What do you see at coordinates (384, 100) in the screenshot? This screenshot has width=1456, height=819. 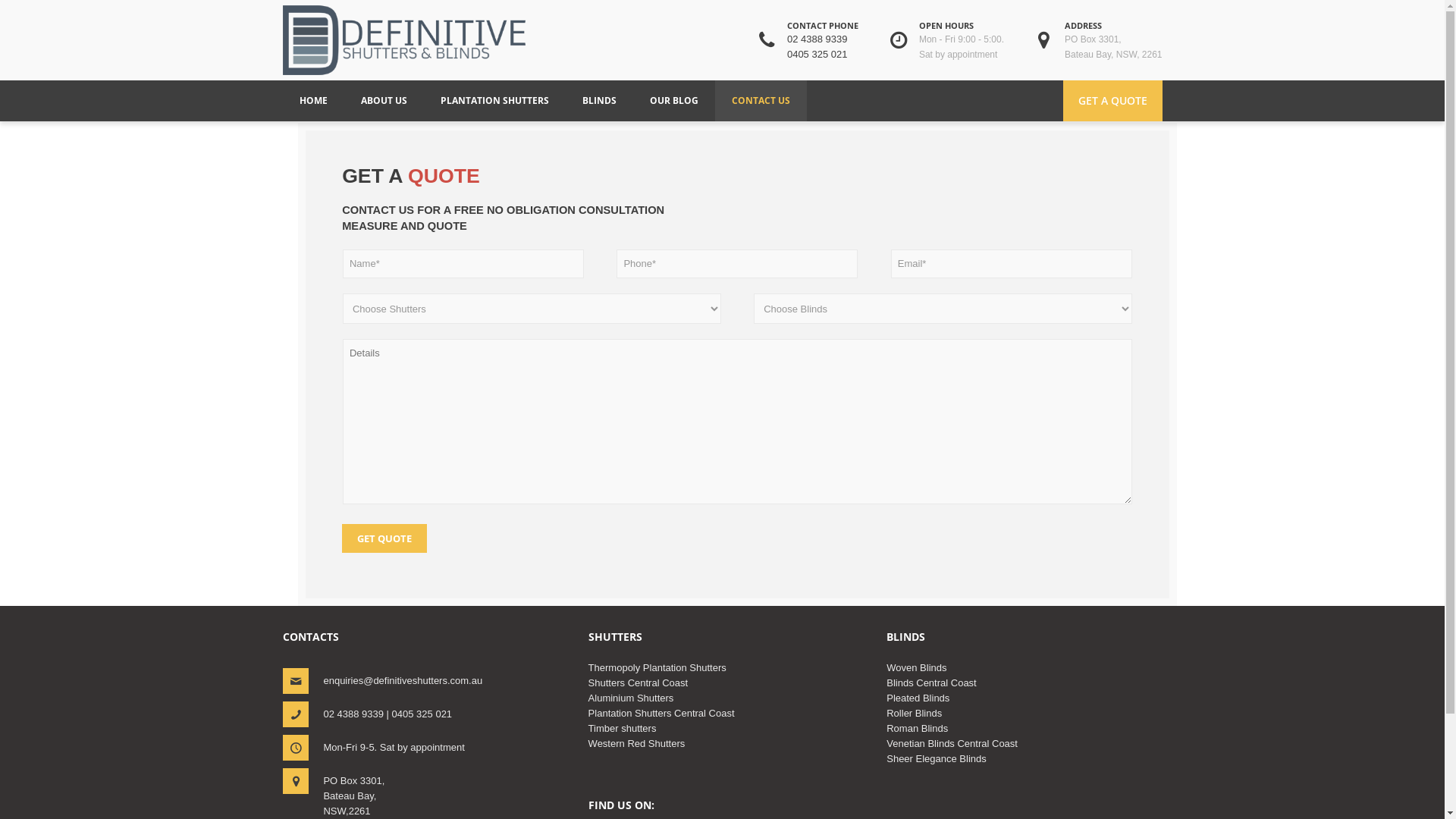 I see `'ABOUT US'` at bounding box center [384, 100].